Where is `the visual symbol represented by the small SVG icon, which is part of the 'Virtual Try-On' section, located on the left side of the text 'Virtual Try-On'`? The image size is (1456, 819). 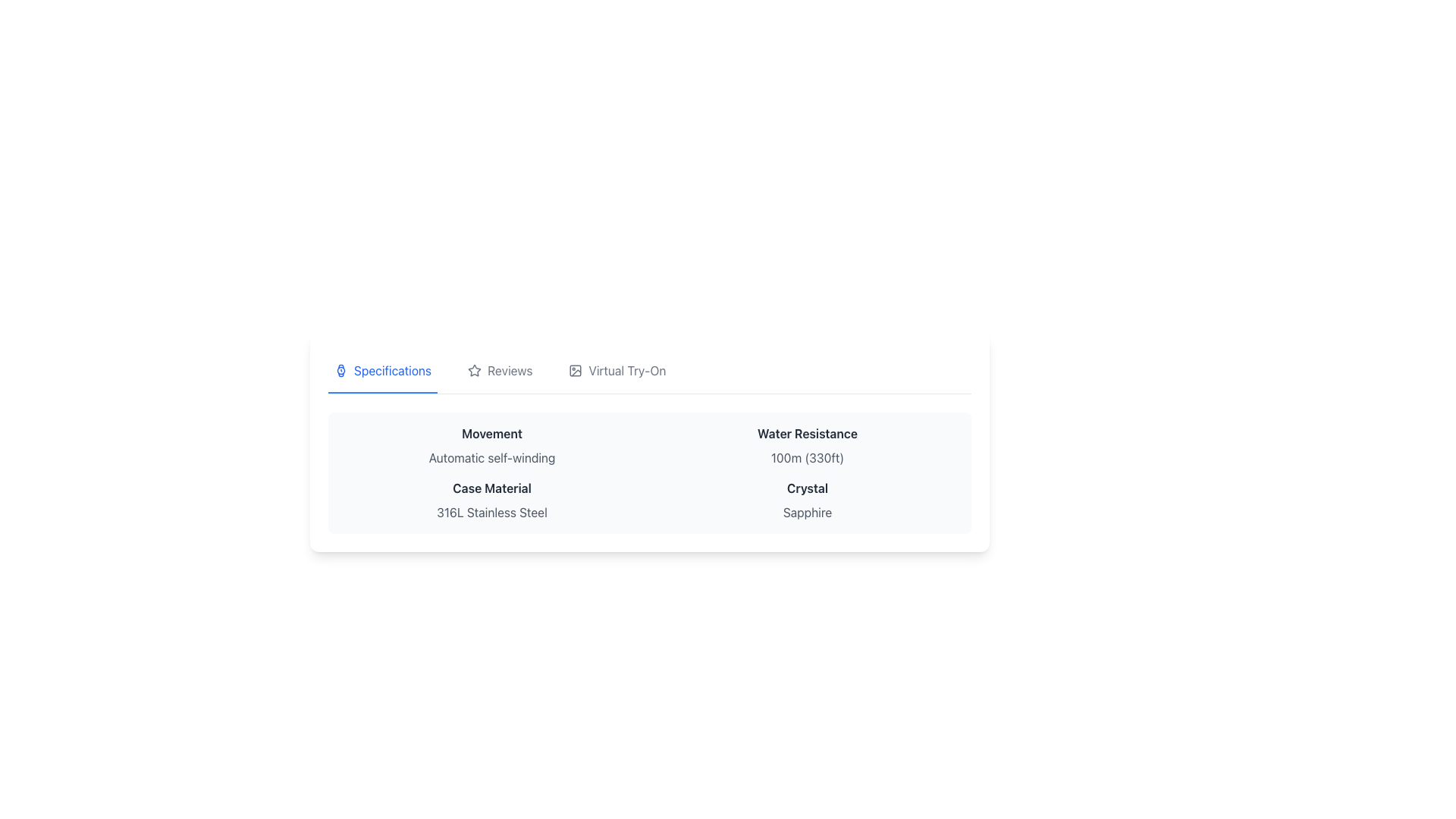
the visual symbol represented by the small SVG icon, which is part of the 'Virtual Try-On' section, located on the left side of the text 'Virtual Try-On' is located at coordinates (575, 371).